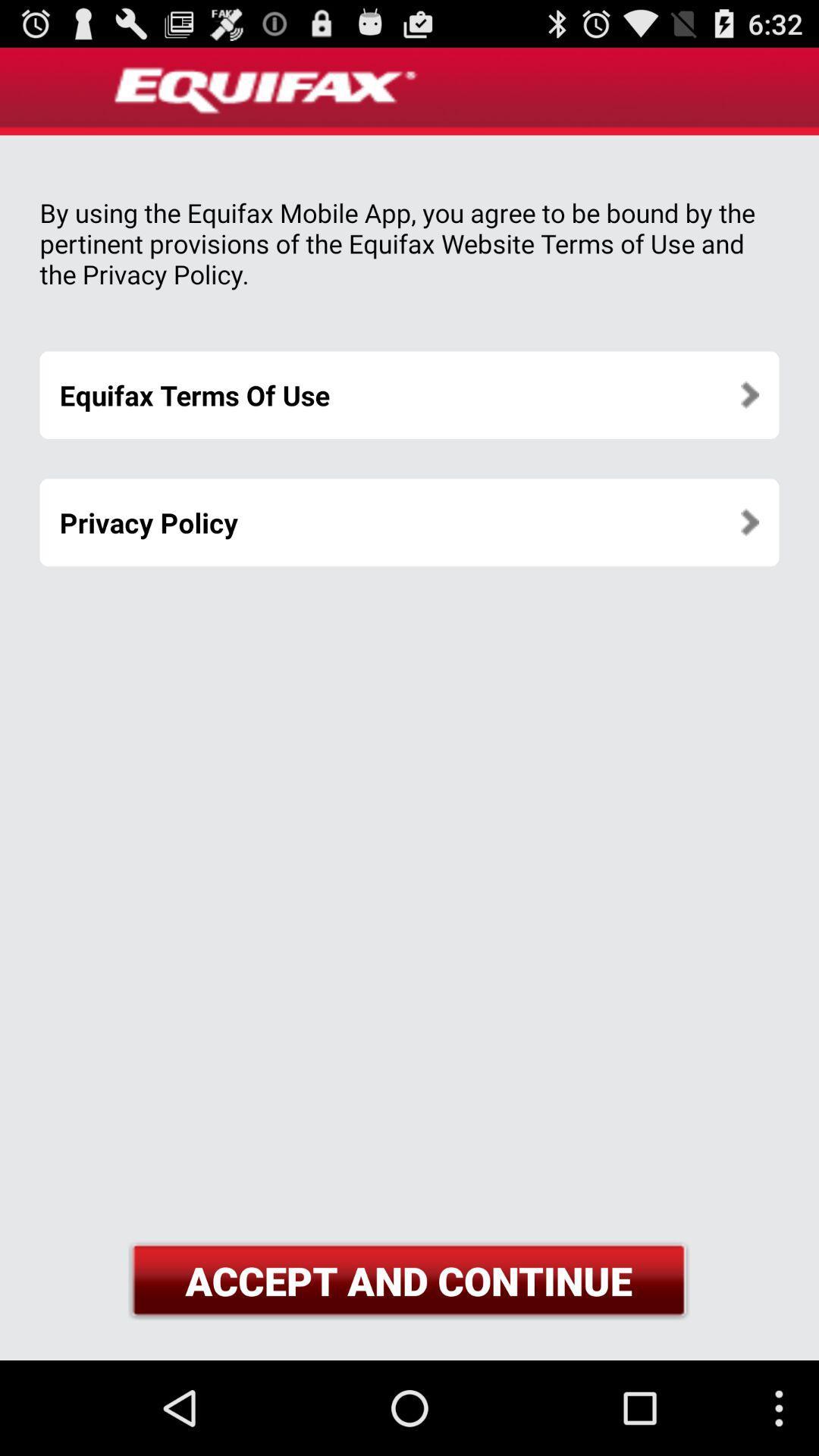 This screenshot has height=1456, width=819. I want to click on accept and continue button, so click(408, 1280).